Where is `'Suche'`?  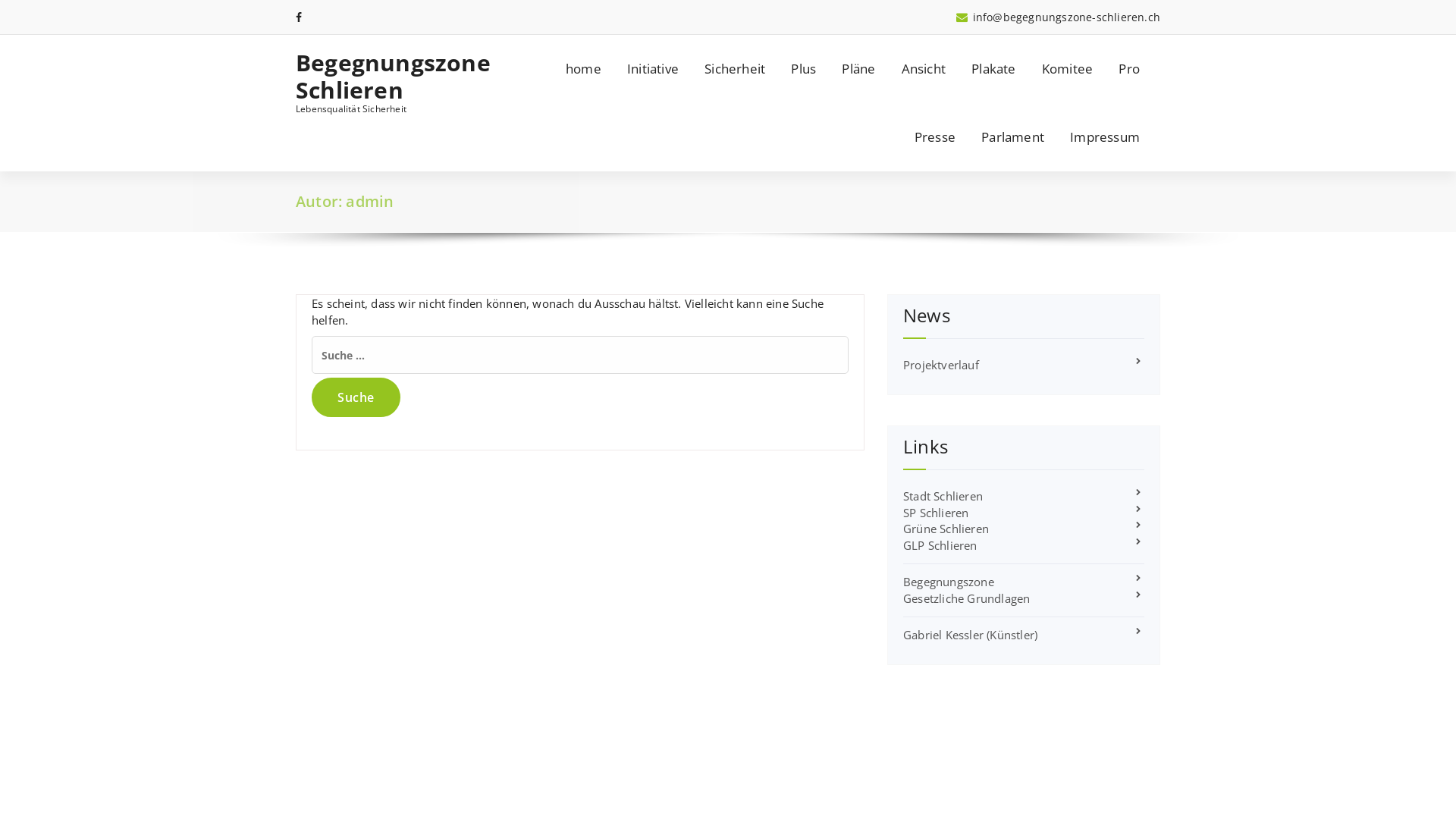 'Suche' is located at coordinates (355, 397).